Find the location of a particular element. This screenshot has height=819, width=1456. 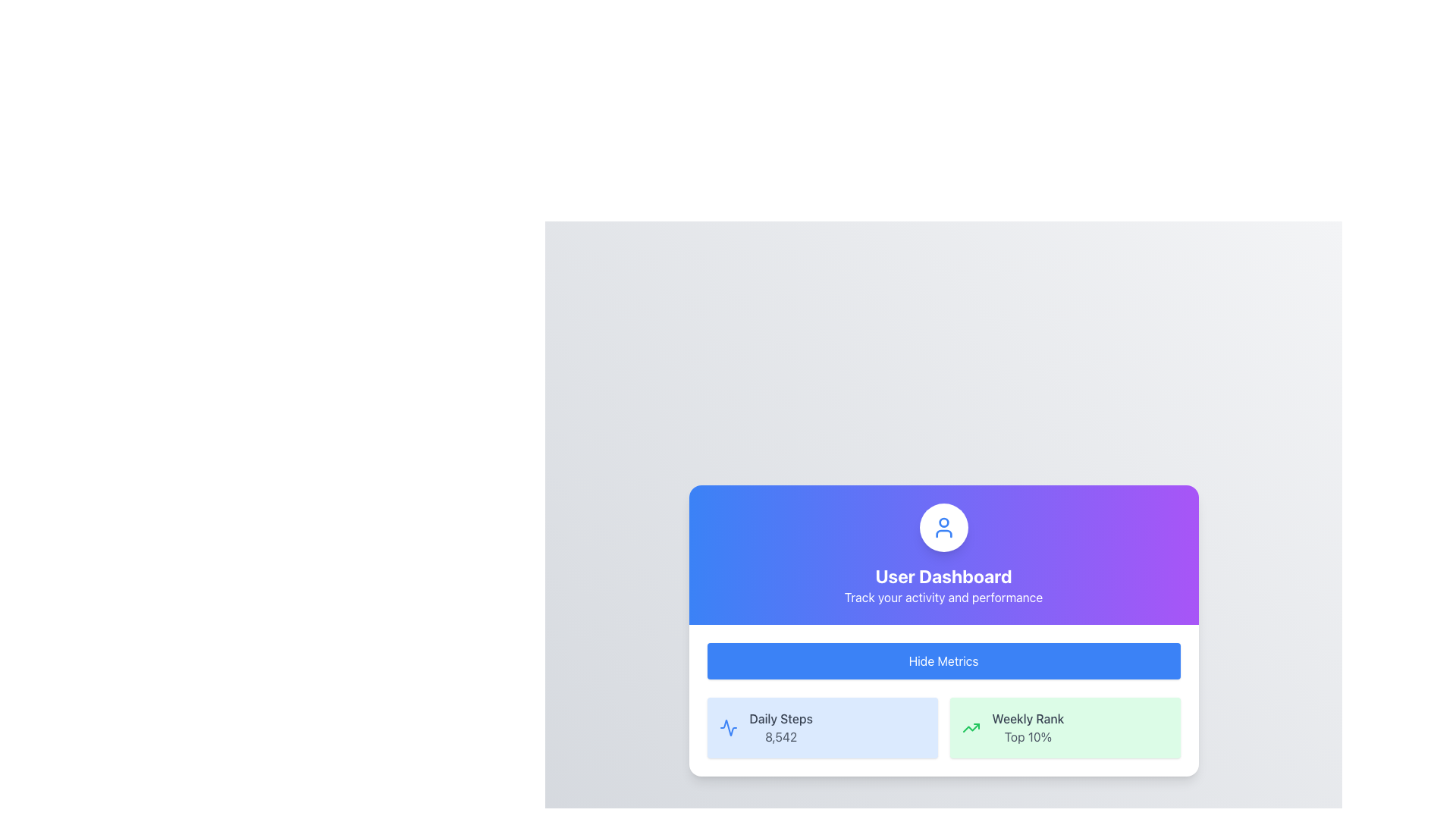

the informational cards in the 'User Dashboard' section is located at coordinates (943, 631).